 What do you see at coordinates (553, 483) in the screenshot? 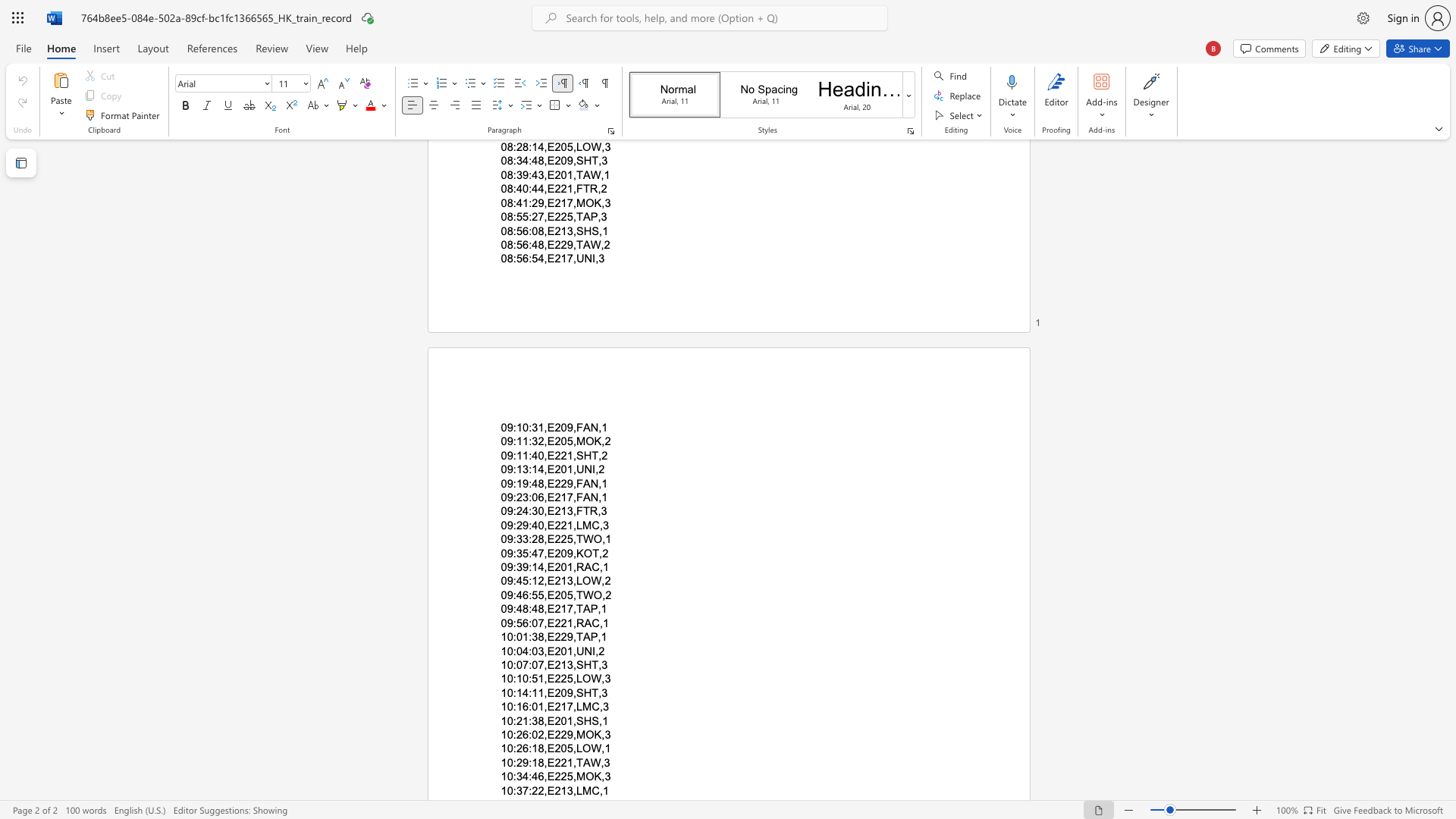
I see `the space between the continuous character "E" and "2" in the text` at bounding box center [553, 483].